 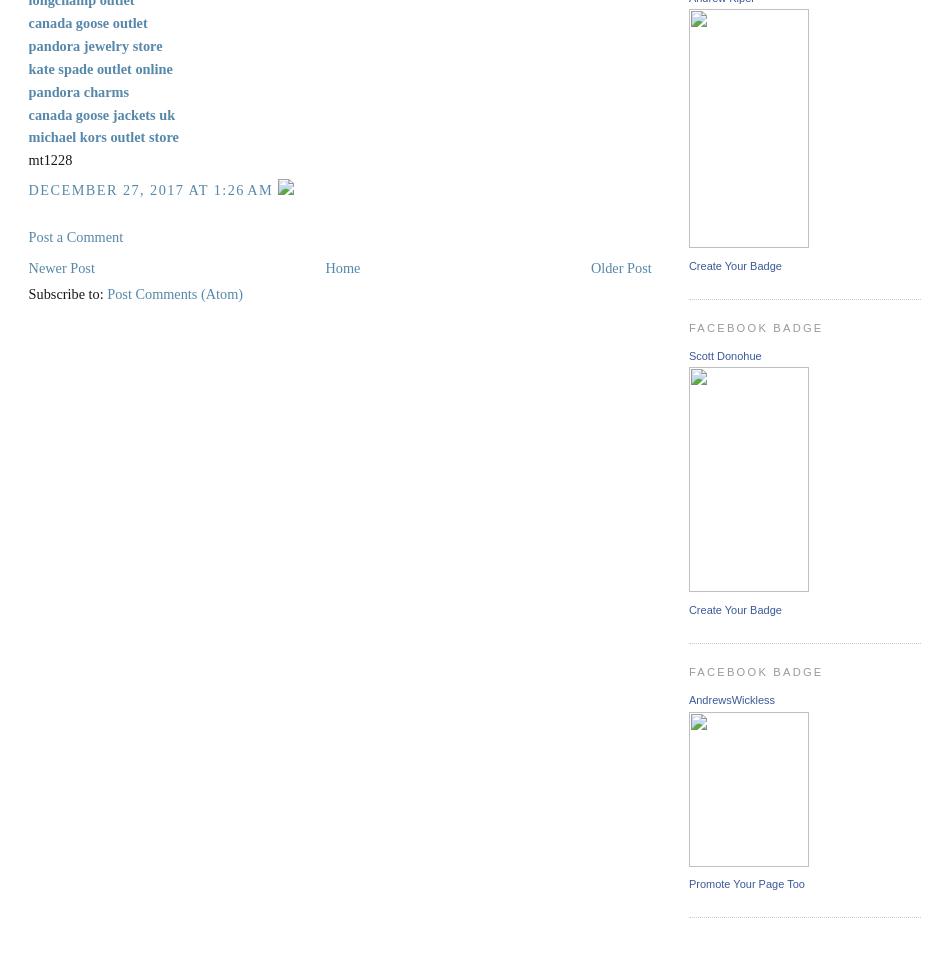 I want to click on 'Newer Post', so click(x=60, y=268).